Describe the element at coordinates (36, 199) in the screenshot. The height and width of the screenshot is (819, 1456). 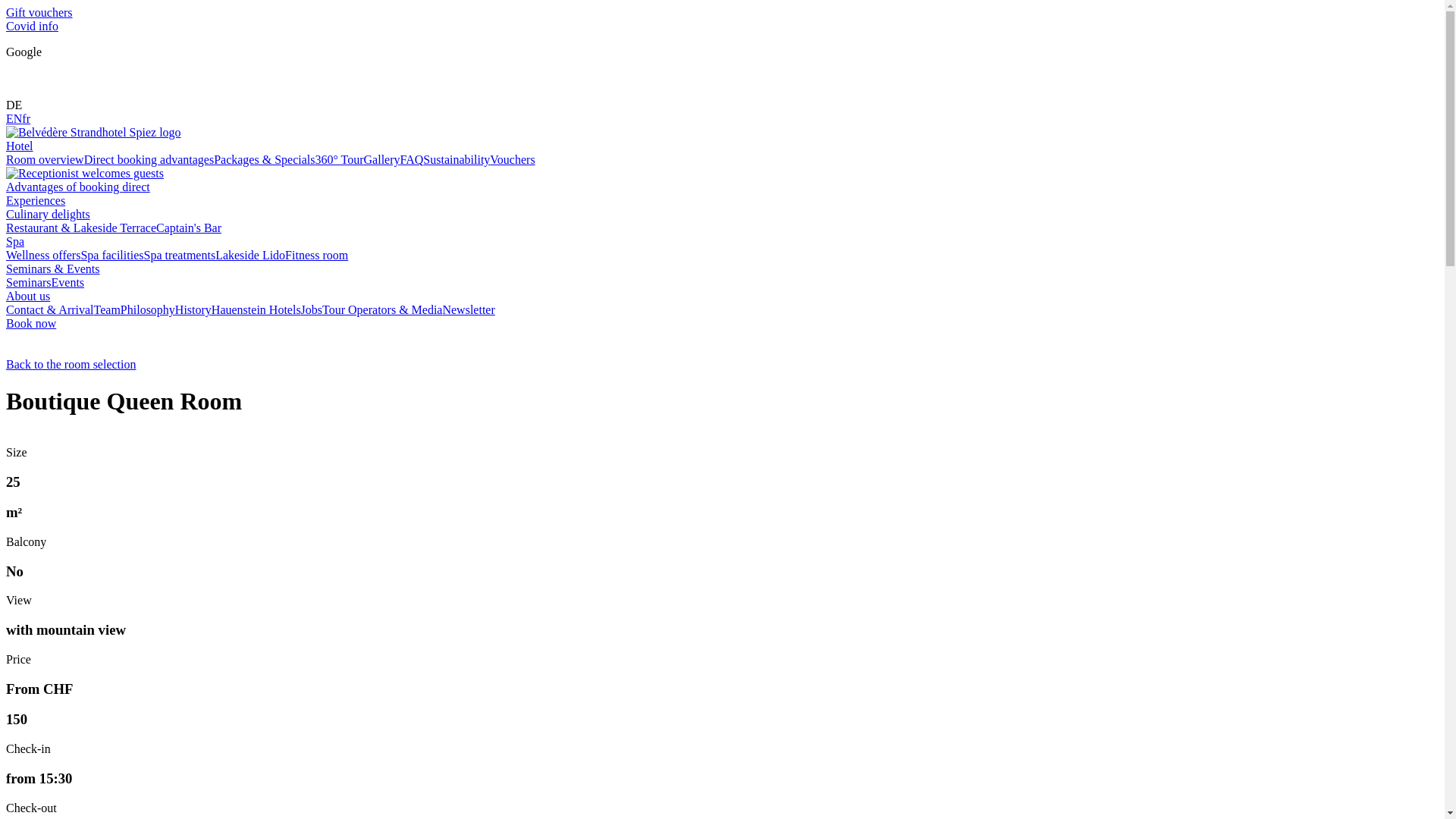
I see `'Experiences'` at that location.